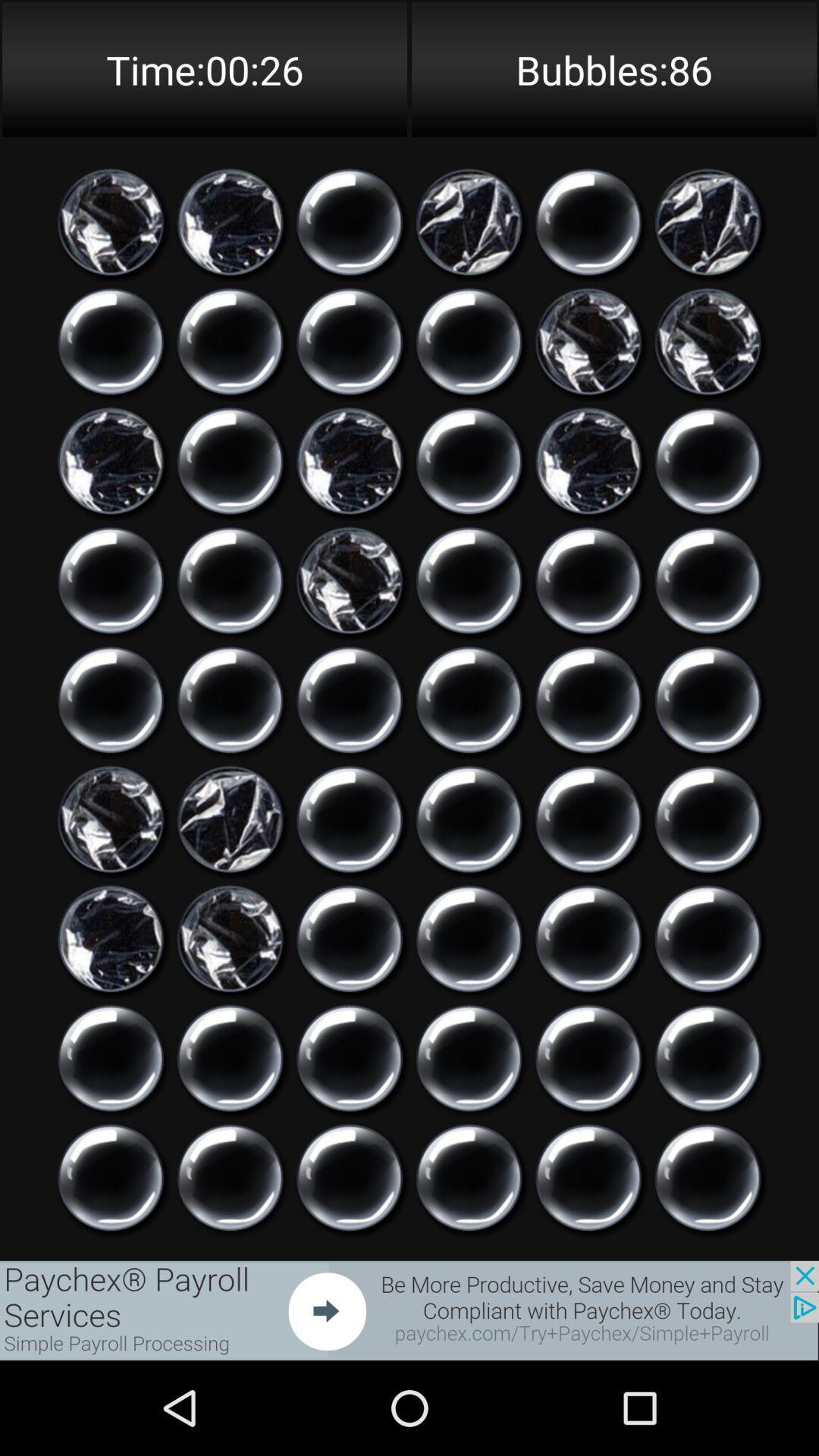  What do you see at coordinates (110, 366) in the screenshot?
I see `the refresh icon` at bounding box center [110, 366].